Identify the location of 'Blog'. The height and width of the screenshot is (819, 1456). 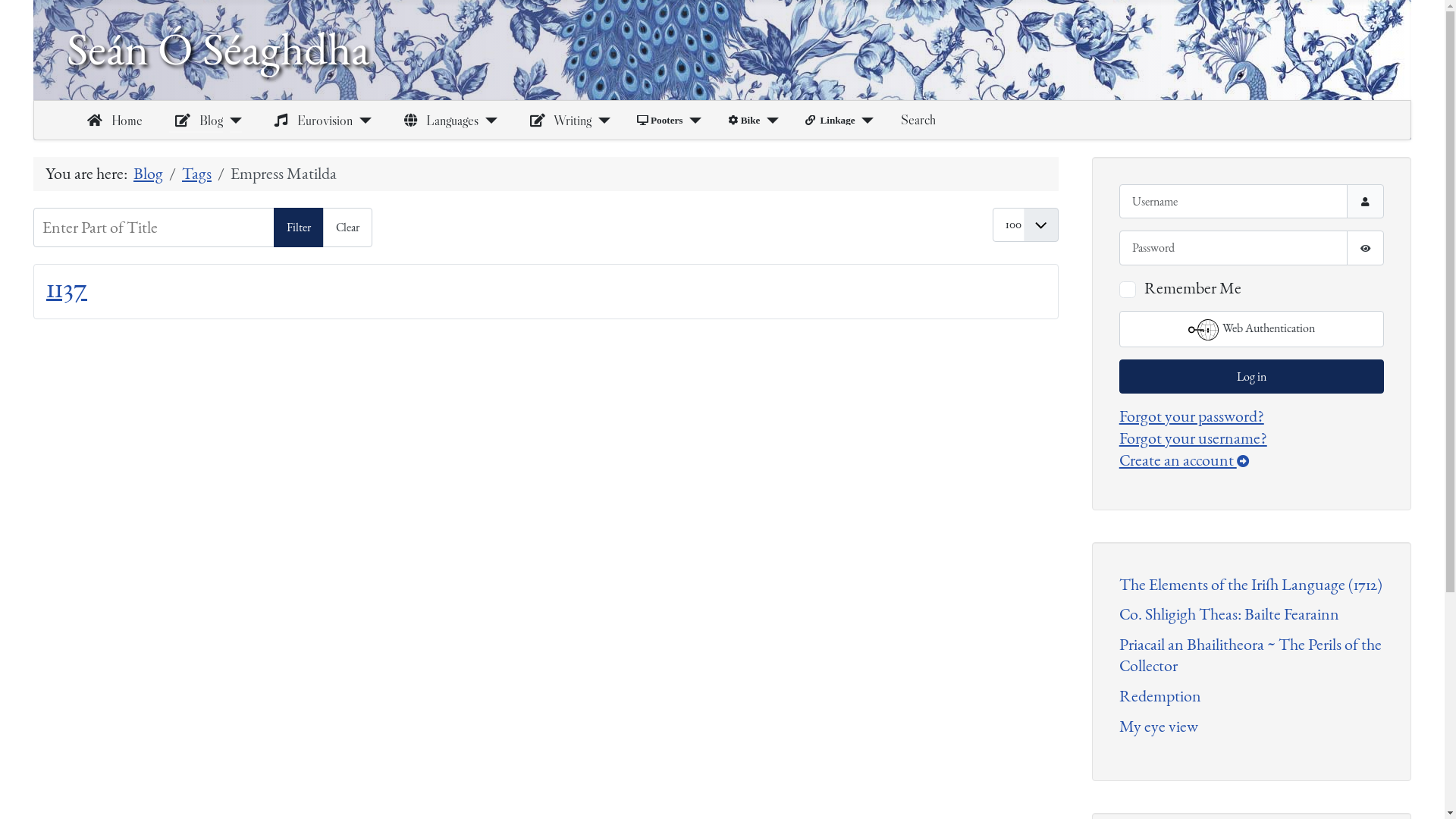
(195, 119).